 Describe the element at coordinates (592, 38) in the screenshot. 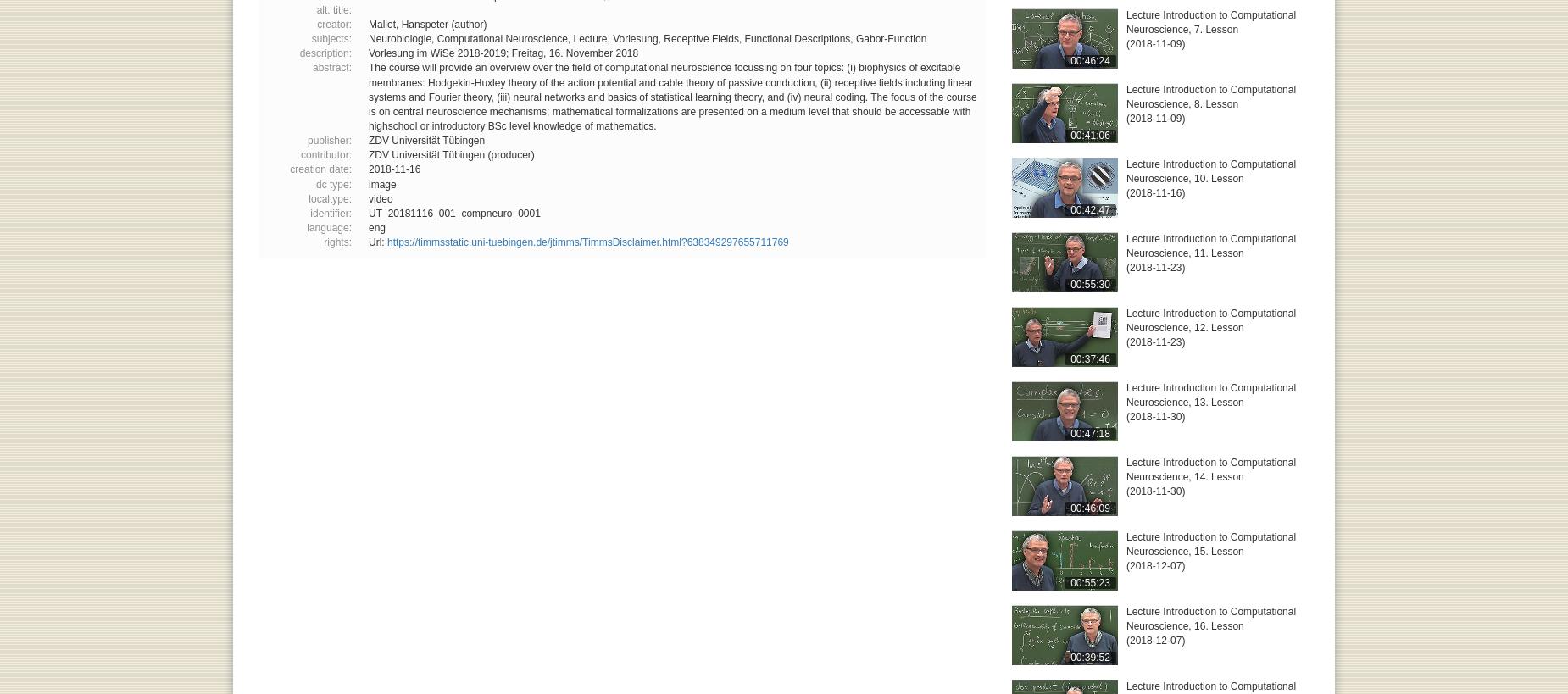

I see `'Lecture,'` at that location.